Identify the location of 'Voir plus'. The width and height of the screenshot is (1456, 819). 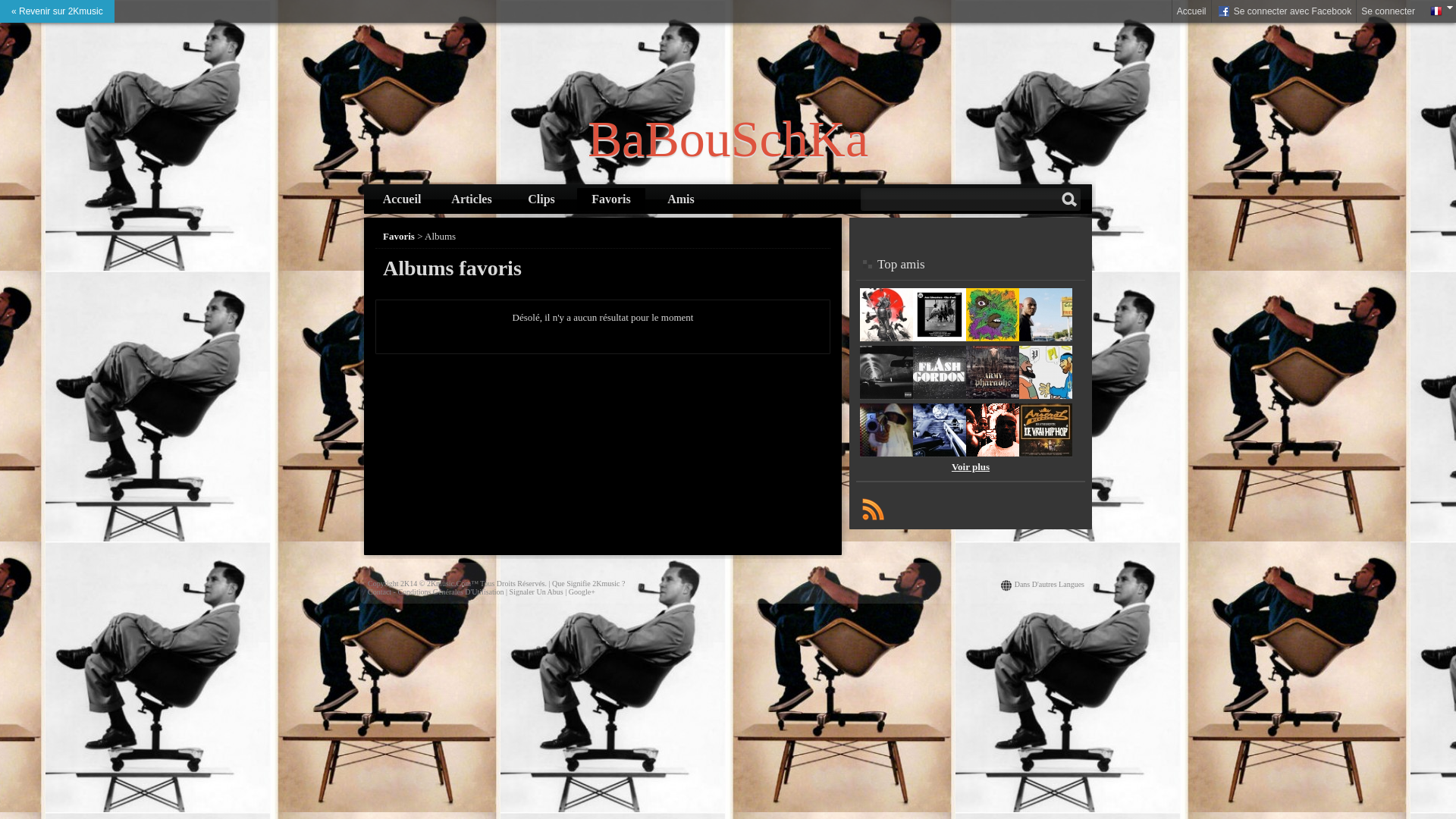
(950, 466).